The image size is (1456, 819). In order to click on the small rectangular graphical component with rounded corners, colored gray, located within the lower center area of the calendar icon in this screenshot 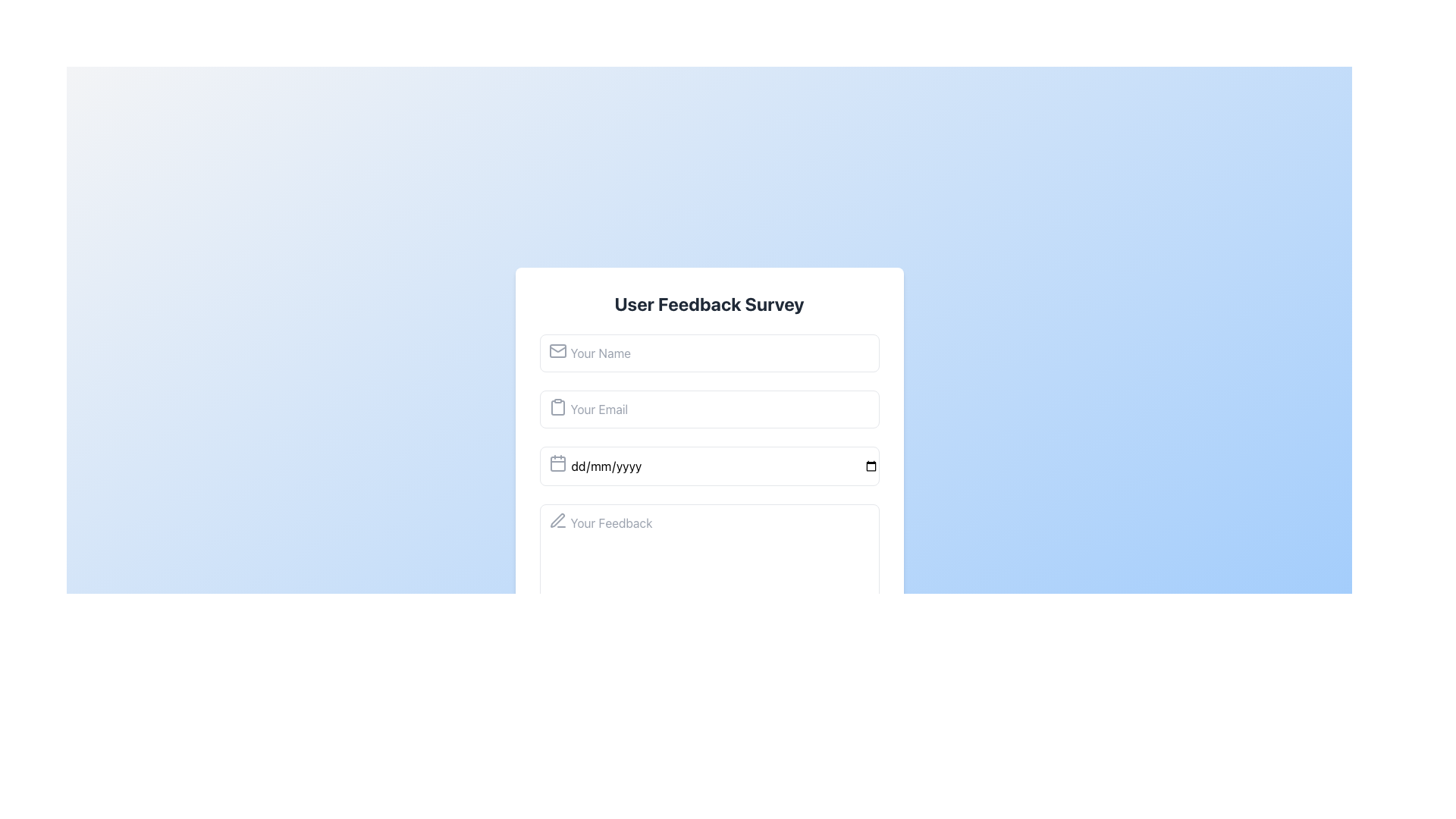, I will do `click(557, 463)`.